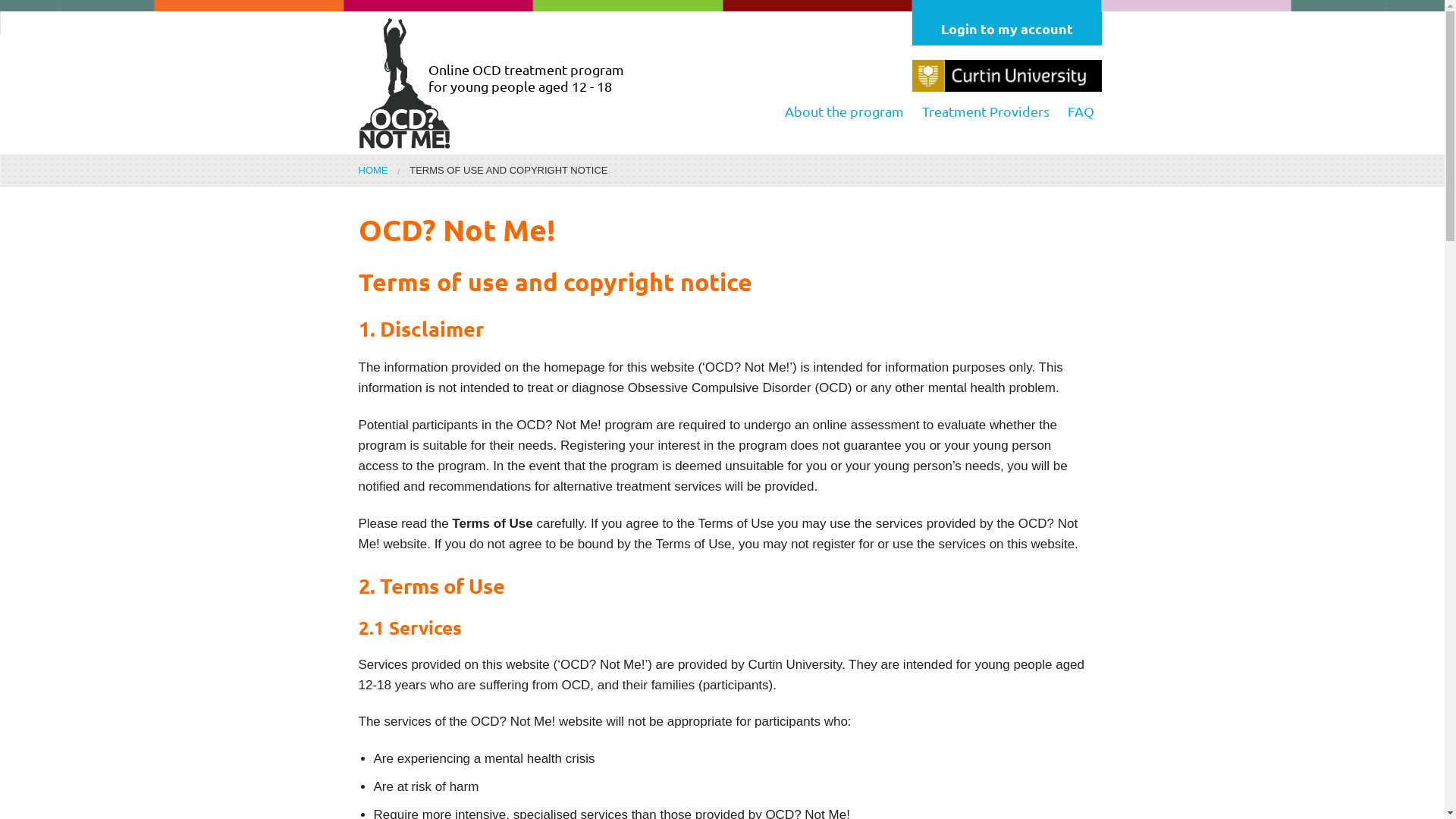 Image resolution: width=1456 pixels, height=819 pixels. Describe the element at coordinates (508, 170) in the screenshot. I see `'TERMS OF USE AND COPYRIGHT NOTICE'` at that location.